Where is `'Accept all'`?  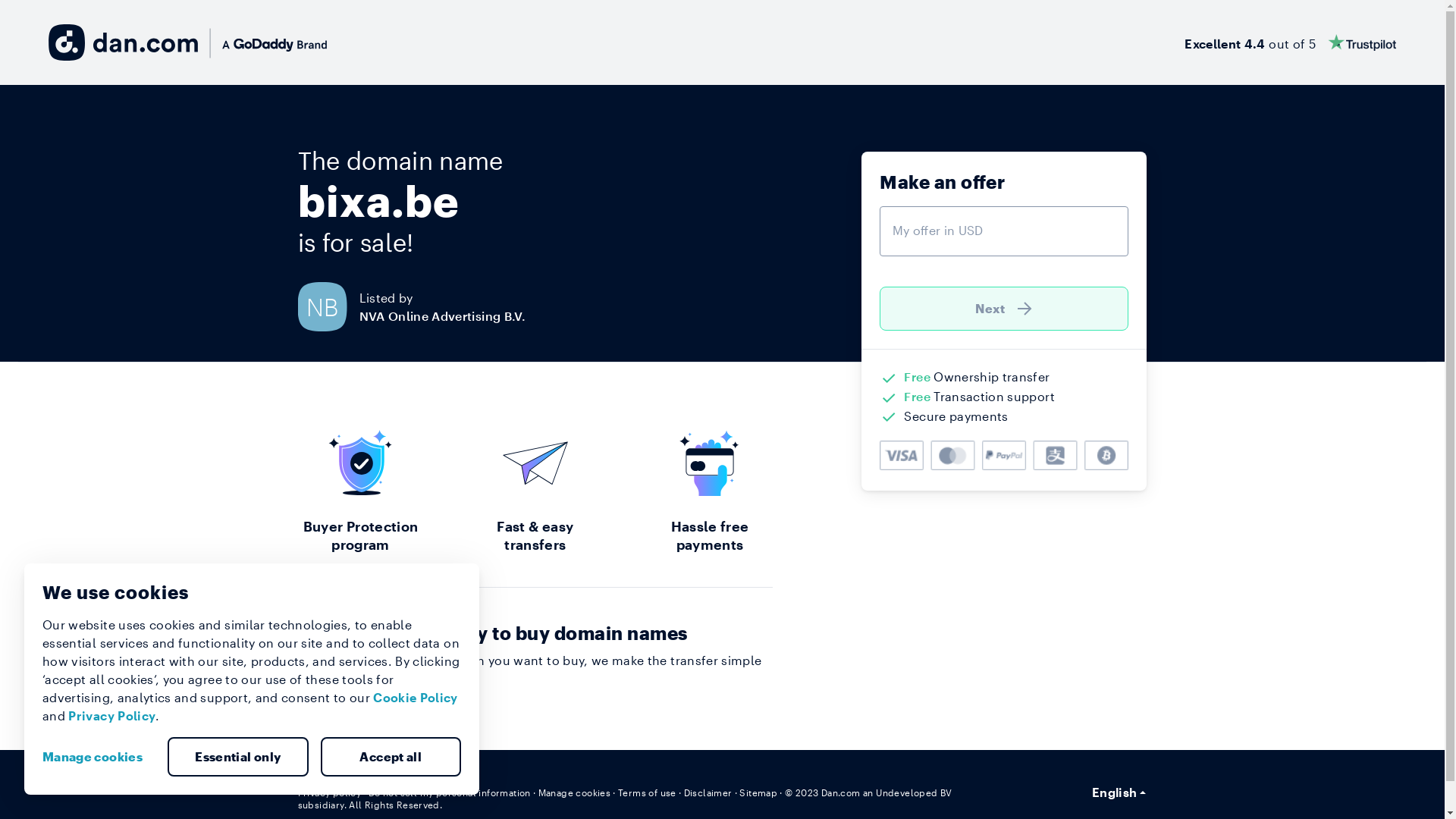 'Accept all' is located at coordinates (319, 757).